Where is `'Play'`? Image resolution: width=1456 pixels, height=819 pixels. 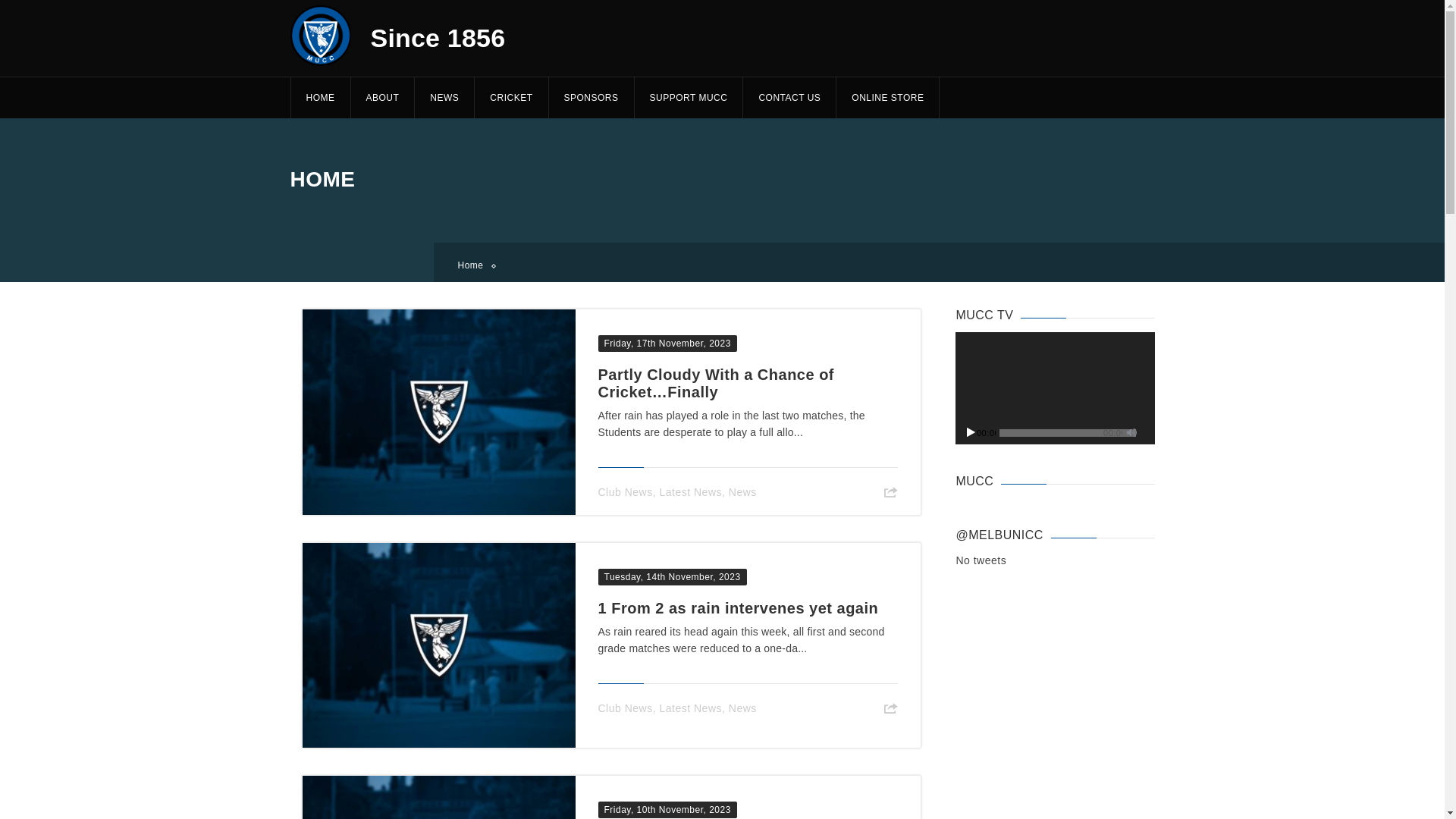 'Play' is located at coordinates (971, 431).